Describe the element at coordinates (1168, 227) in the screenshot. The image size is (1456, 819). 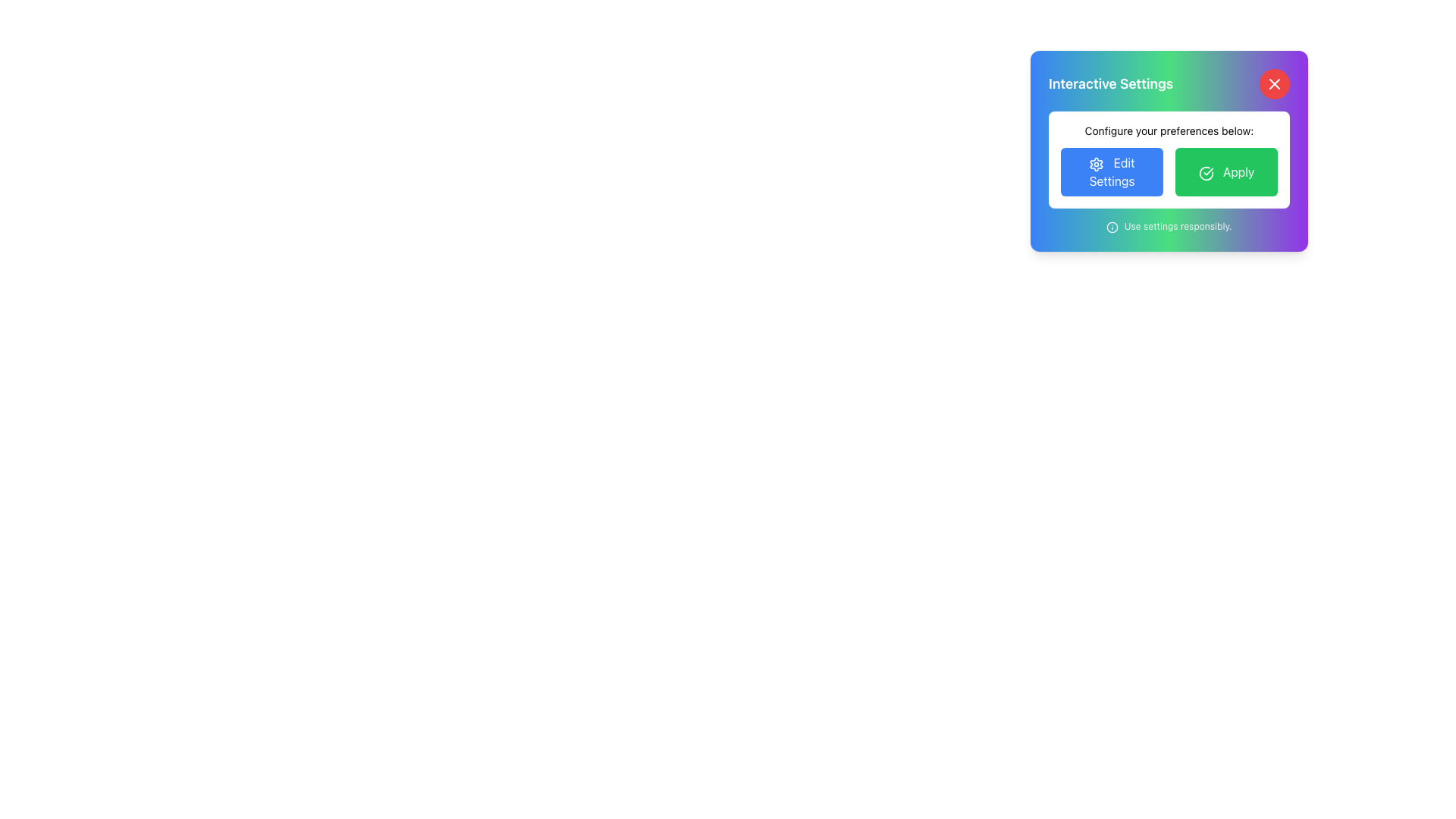
I see `the informational text label located just below the primary content area of the settings interface, which provides guidance or warning regarding the responsible use of settings` at that location.